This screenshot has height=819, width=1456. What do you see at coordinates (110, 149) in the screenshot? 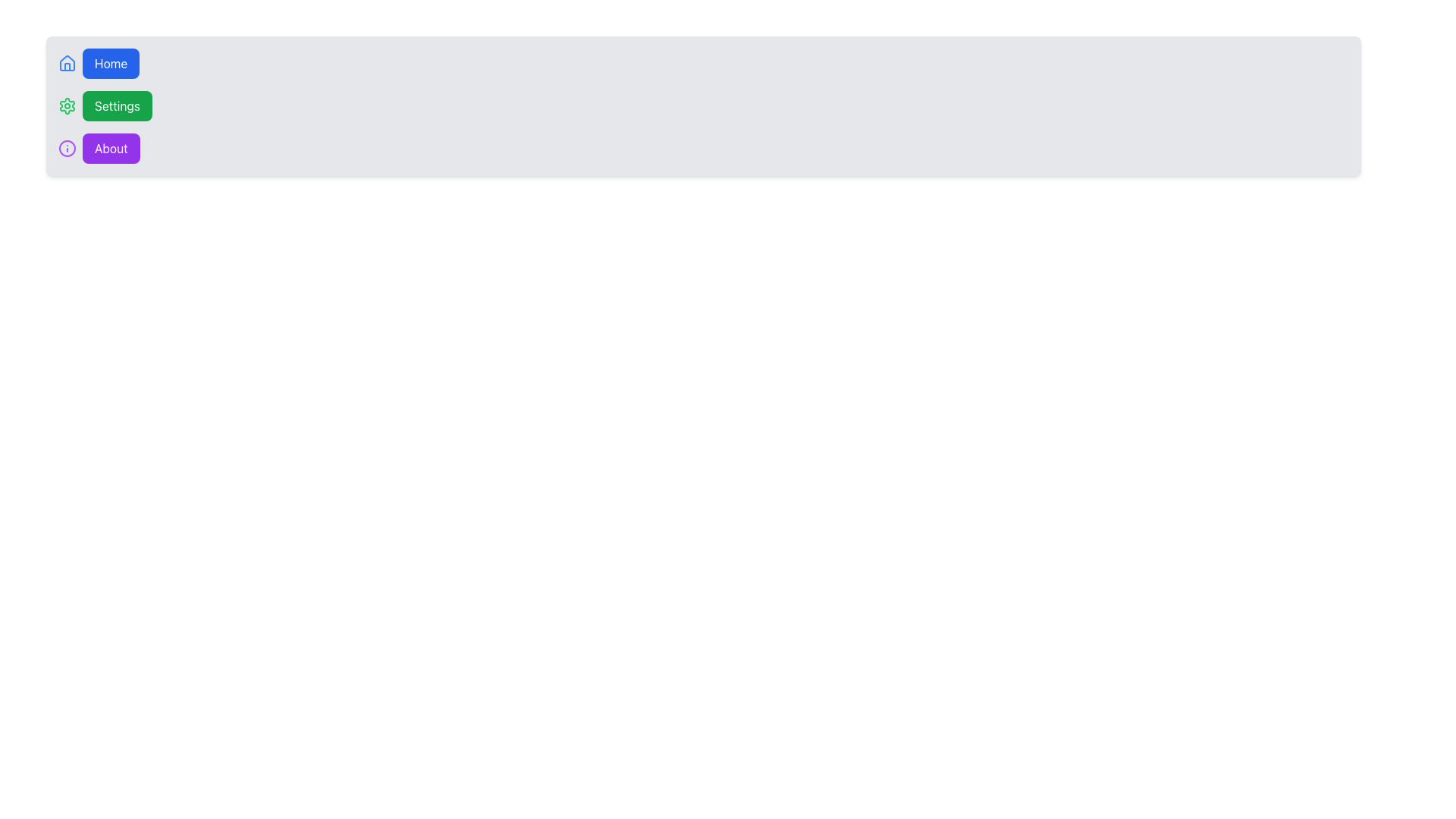
I see `the purple 'About' button located at the bottom of the sidebar` at bounding box center [110, 149].